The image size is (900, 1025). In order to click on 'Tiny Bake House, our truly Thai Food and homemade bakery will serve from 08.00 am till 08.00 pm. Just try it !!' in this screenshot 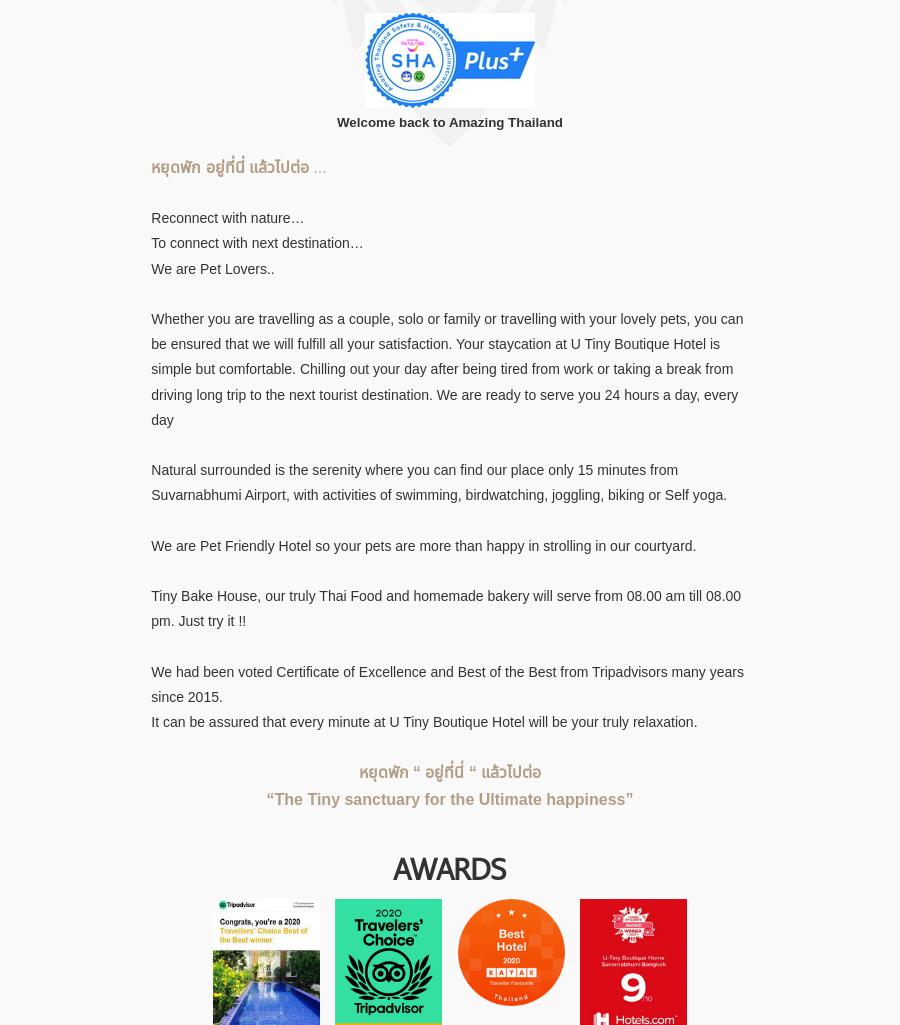, I will do `click(446, 607)`.